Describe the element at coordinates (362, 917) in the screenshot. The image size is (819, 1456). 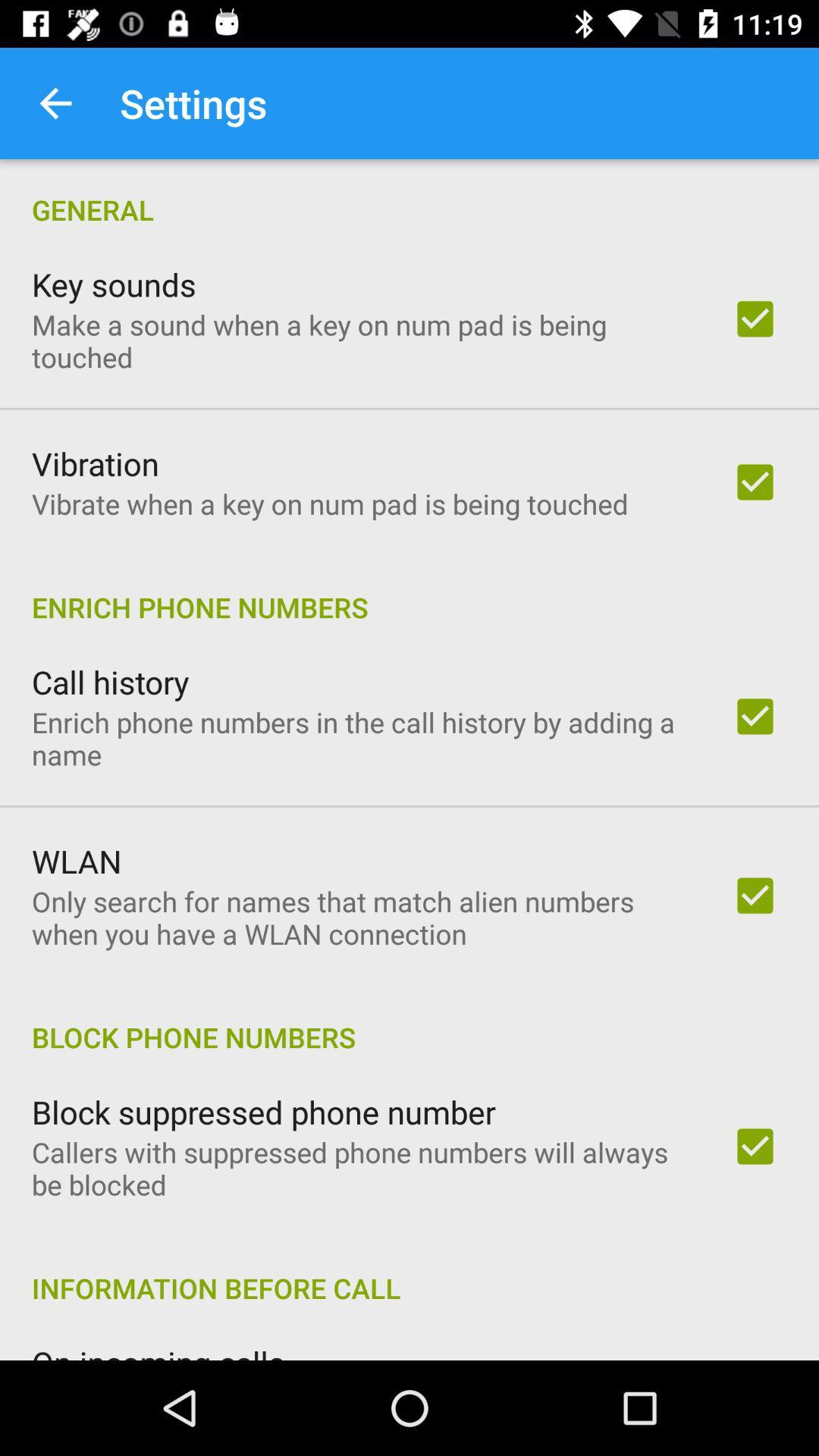
I see `only search for icon` at that location.